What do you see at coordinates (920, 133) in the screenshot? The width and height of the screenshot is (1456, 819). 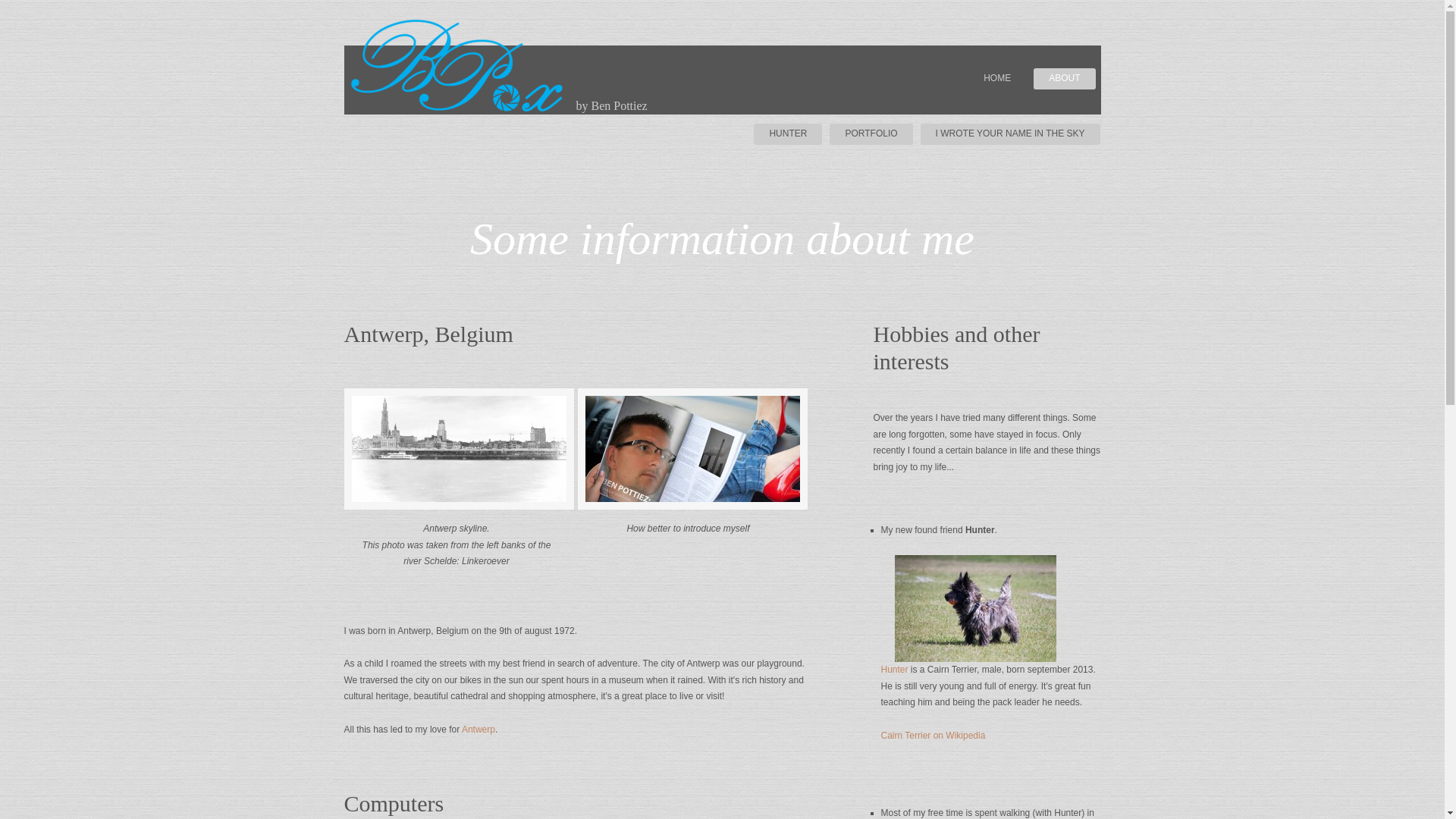 I see `'I WROTE YOUR NAME IN THE SKY'` at bounding box center [920, 133].